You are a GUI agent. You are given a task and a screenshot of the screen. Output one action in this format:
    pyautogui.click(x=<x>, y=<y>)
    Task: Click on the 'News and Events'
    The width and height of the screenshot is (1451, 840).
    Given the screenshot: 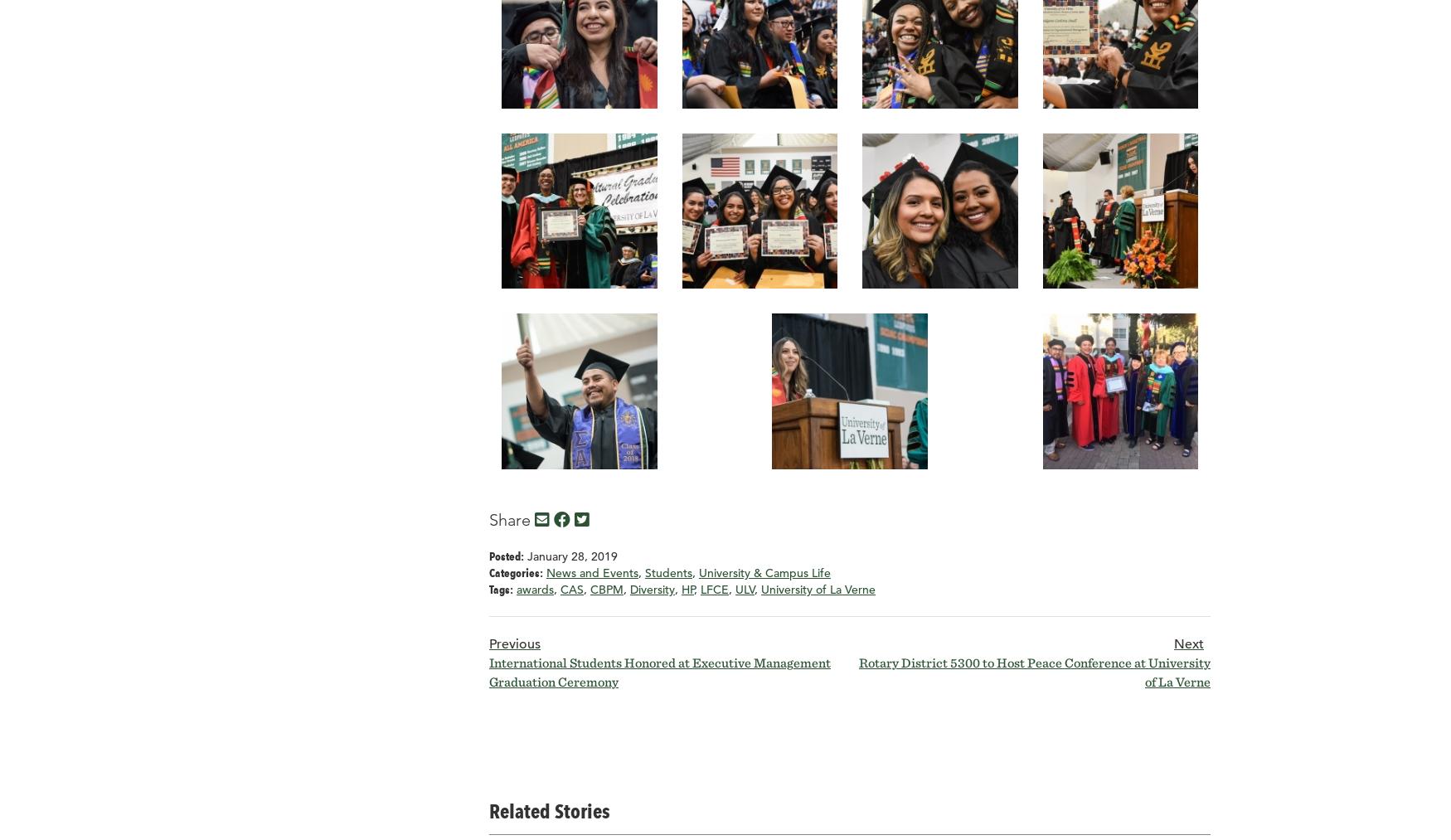 What is the action you would take?
    pyautogui.click(x=546, y=571)
    